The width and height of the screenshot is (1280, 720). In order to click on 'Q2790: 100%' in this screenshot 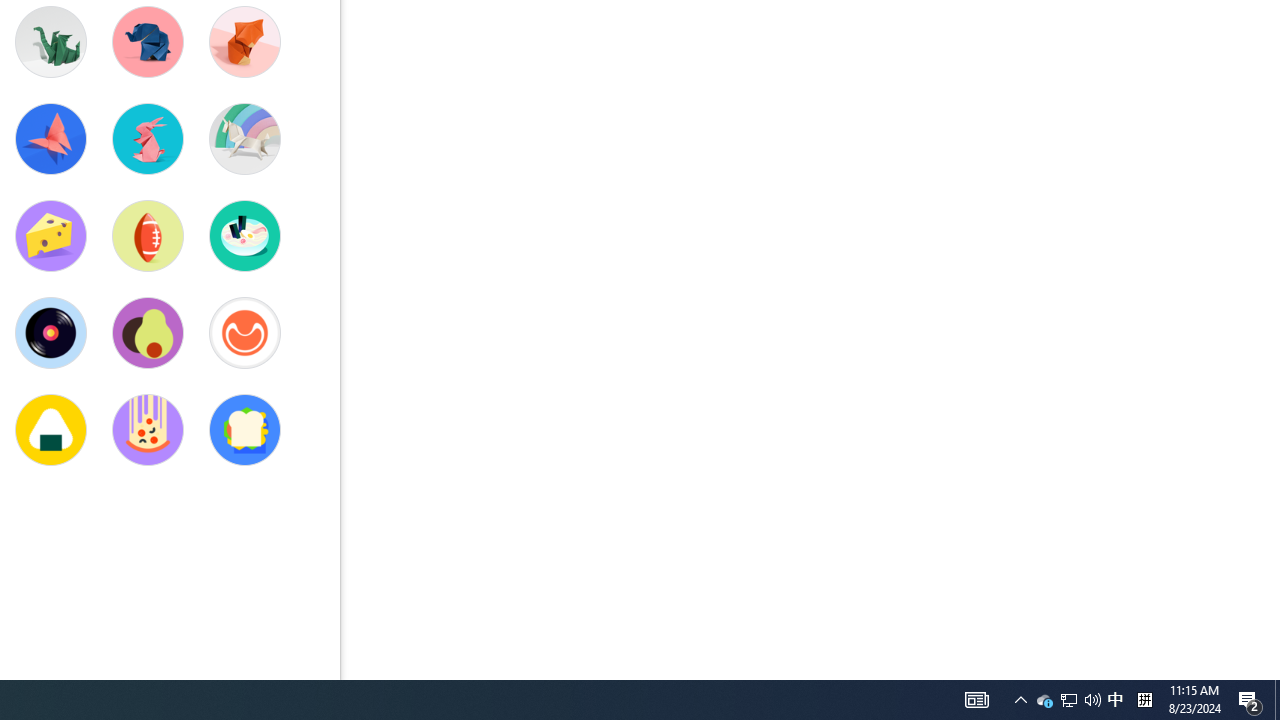, I will do `click(1044, 698)`.